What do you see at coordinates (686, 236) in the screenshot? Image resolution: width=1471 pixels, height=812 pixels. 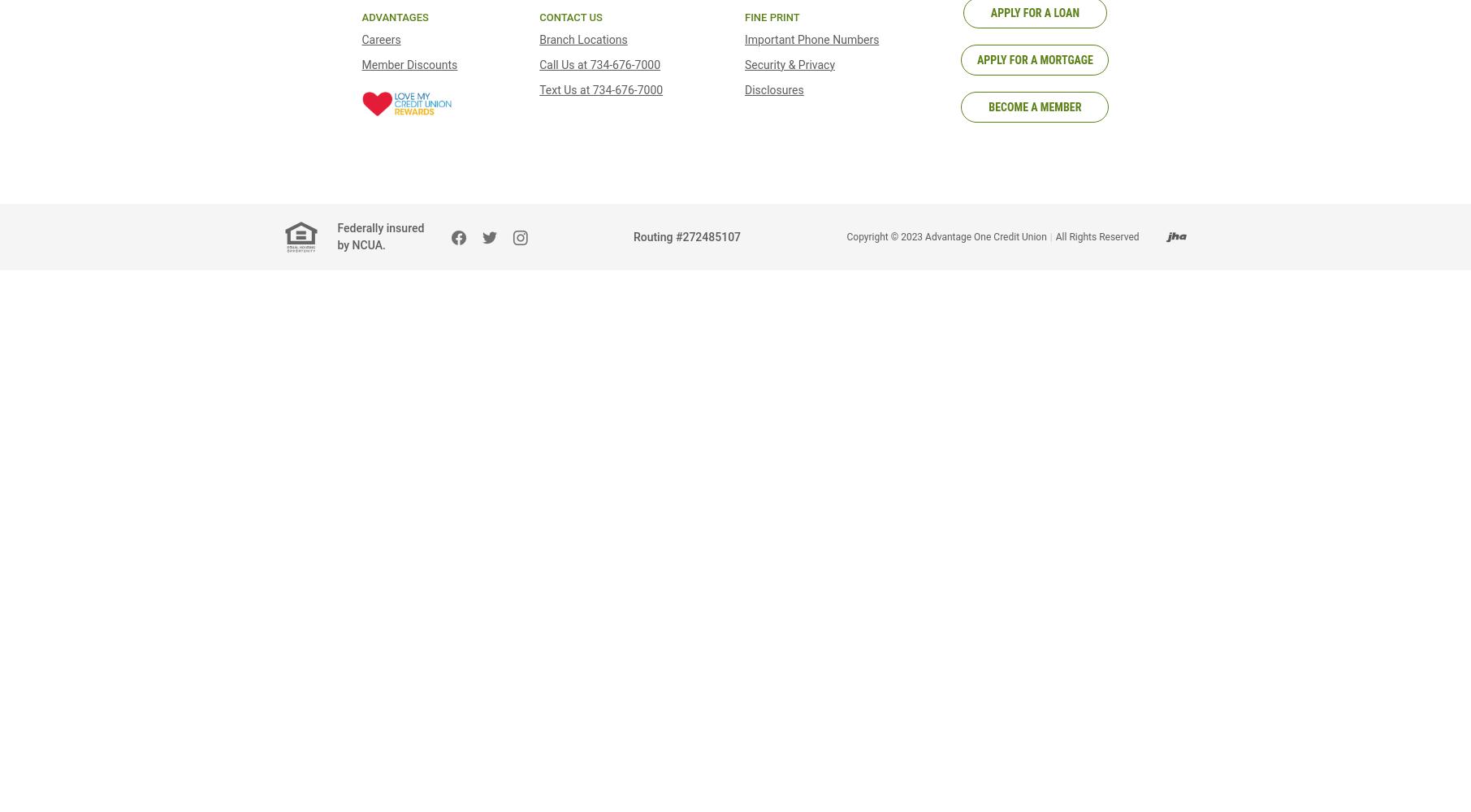 I see `'Routing #272485107'` at bounding box center [686, 236].